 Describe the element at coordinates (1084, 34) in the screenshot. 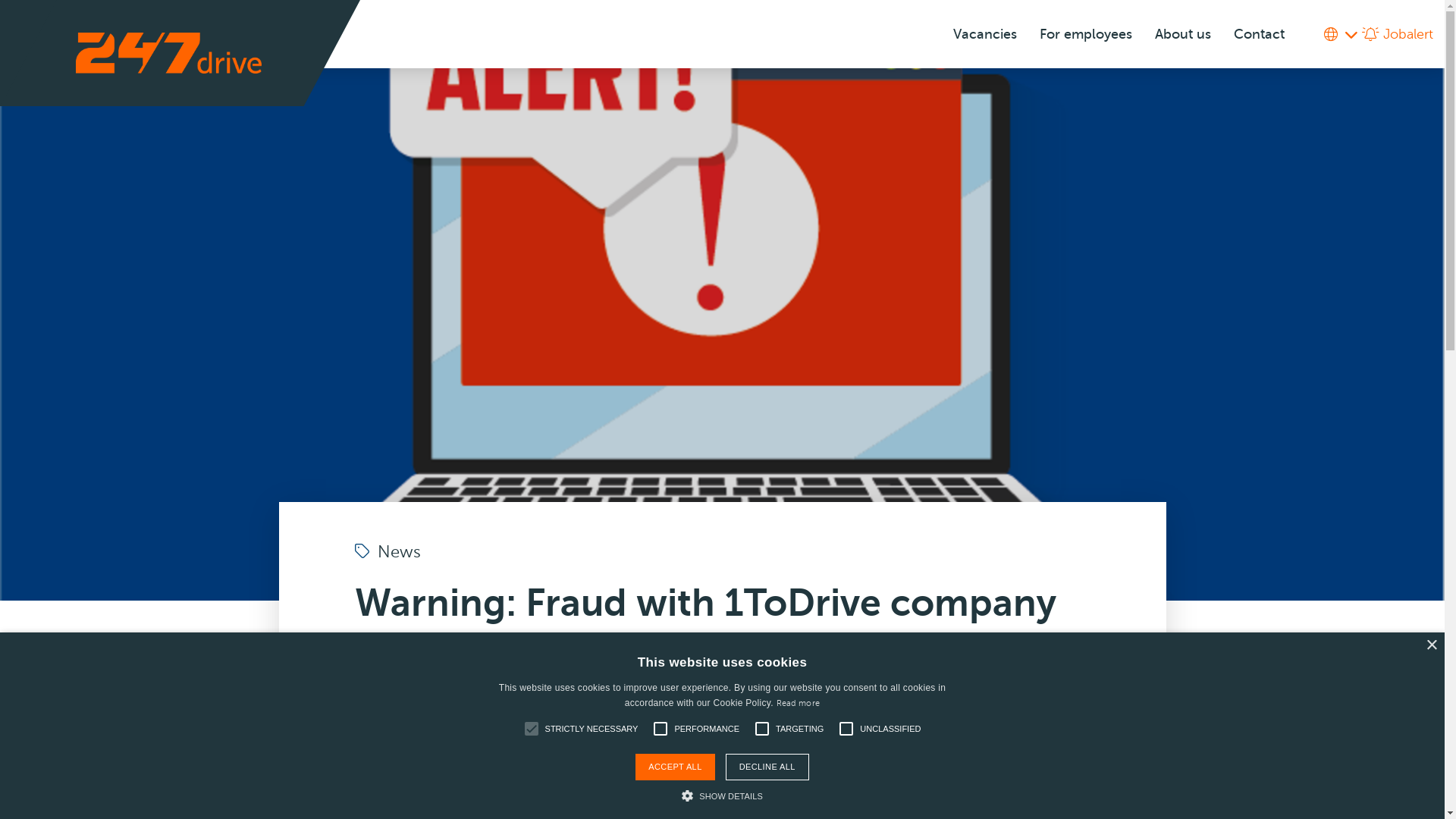

I see `'For employees'` at that location.